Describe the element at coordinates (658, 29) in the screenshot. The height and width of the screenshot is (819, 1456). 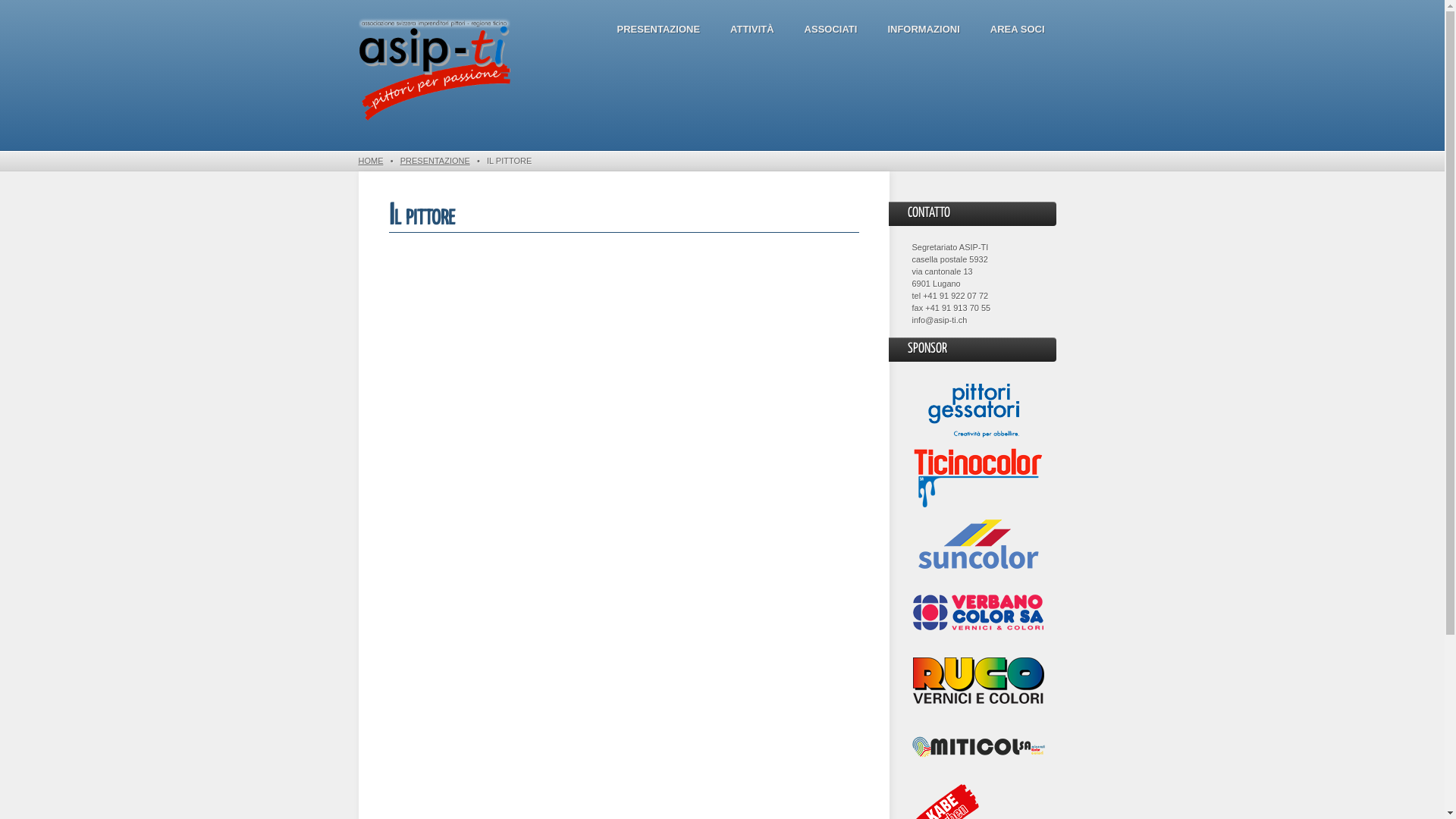
I see `'PRESENTAZIONE'` at that location.